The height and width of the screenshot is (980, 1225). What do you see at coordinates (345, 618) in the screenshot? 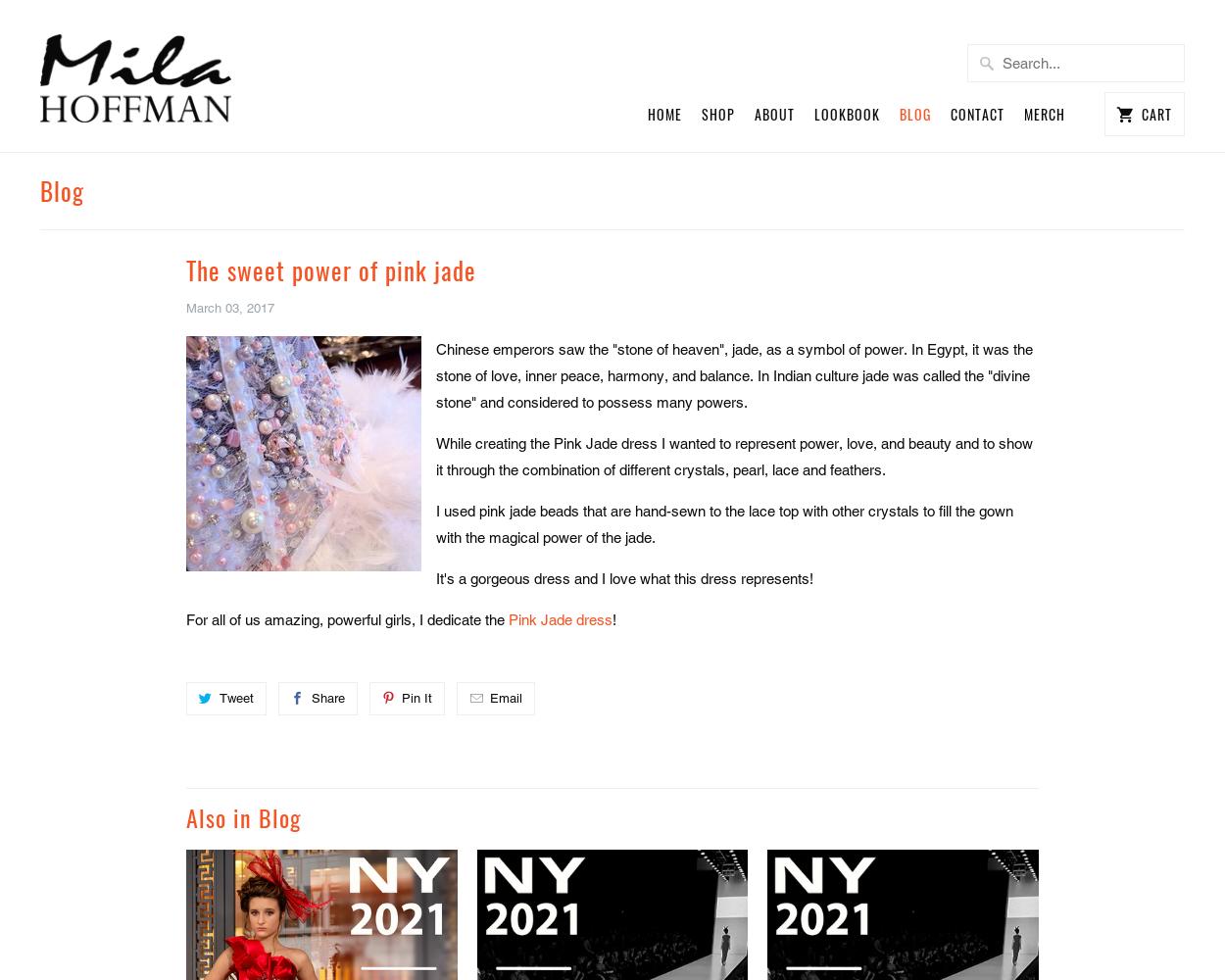
I see `'For all of us amazing, powerful girls, I dedicate the'` at bounding box center [345, 618].